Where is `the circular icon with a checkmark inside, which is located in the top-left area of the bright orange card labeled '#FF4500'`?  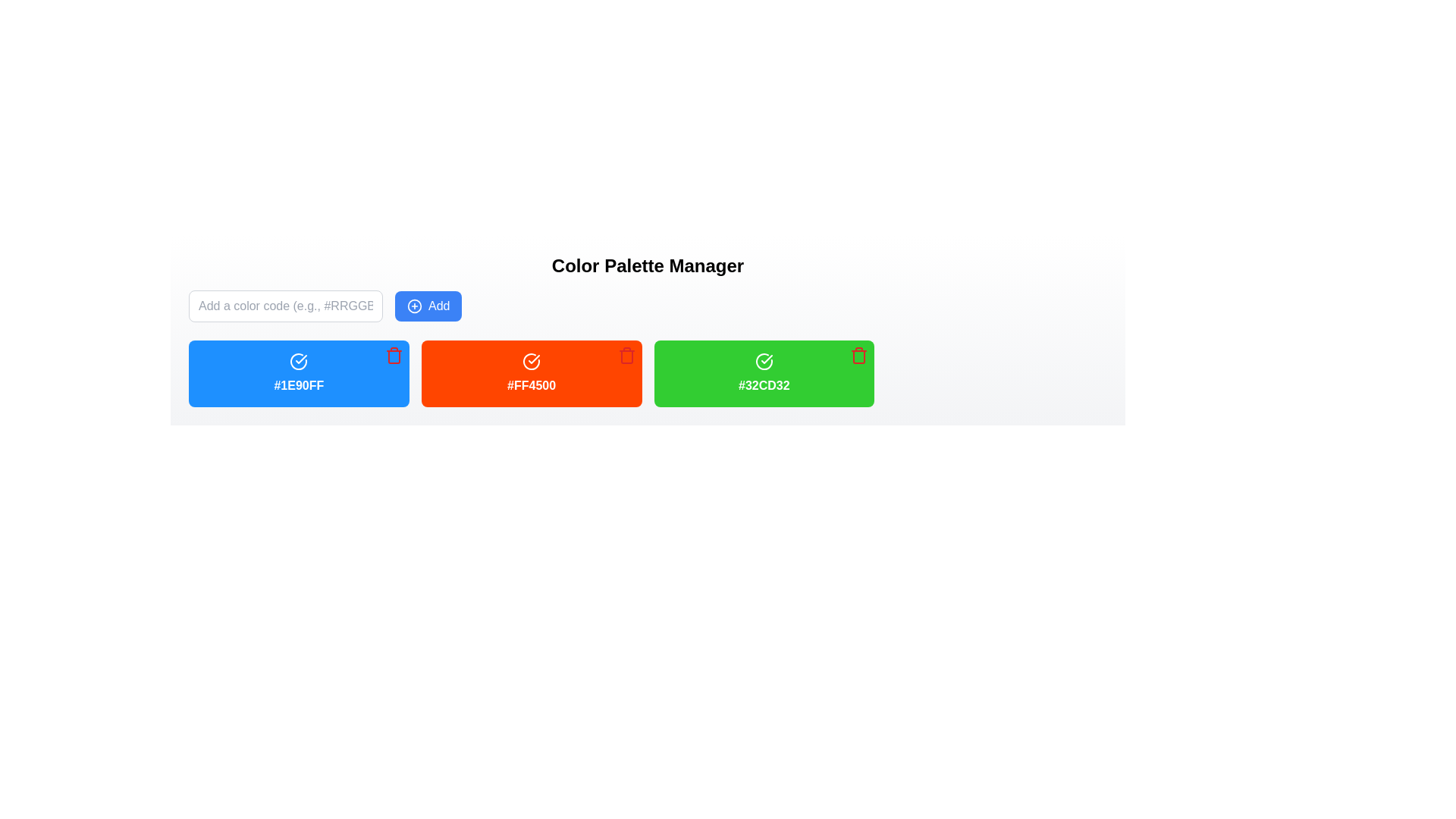
the circular icon with a checkmark inside, which is located in the top-left area of the bright orange card labeled '#FF4500' is located at coordinates (532, 362).